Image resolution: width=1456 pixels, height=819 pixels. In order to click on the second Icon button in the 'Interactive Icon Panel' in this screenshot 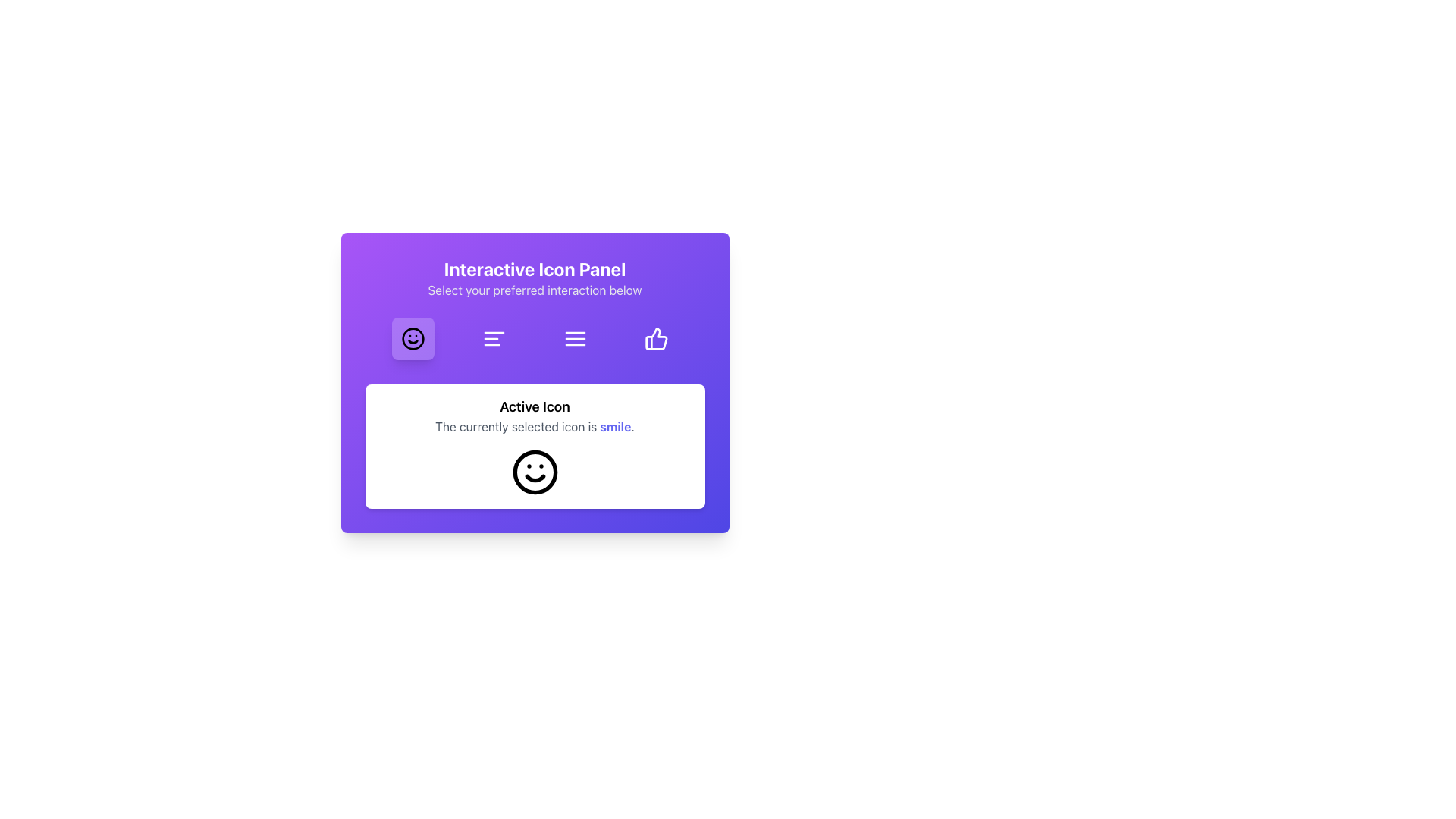, I will do `click(494, 338)`.